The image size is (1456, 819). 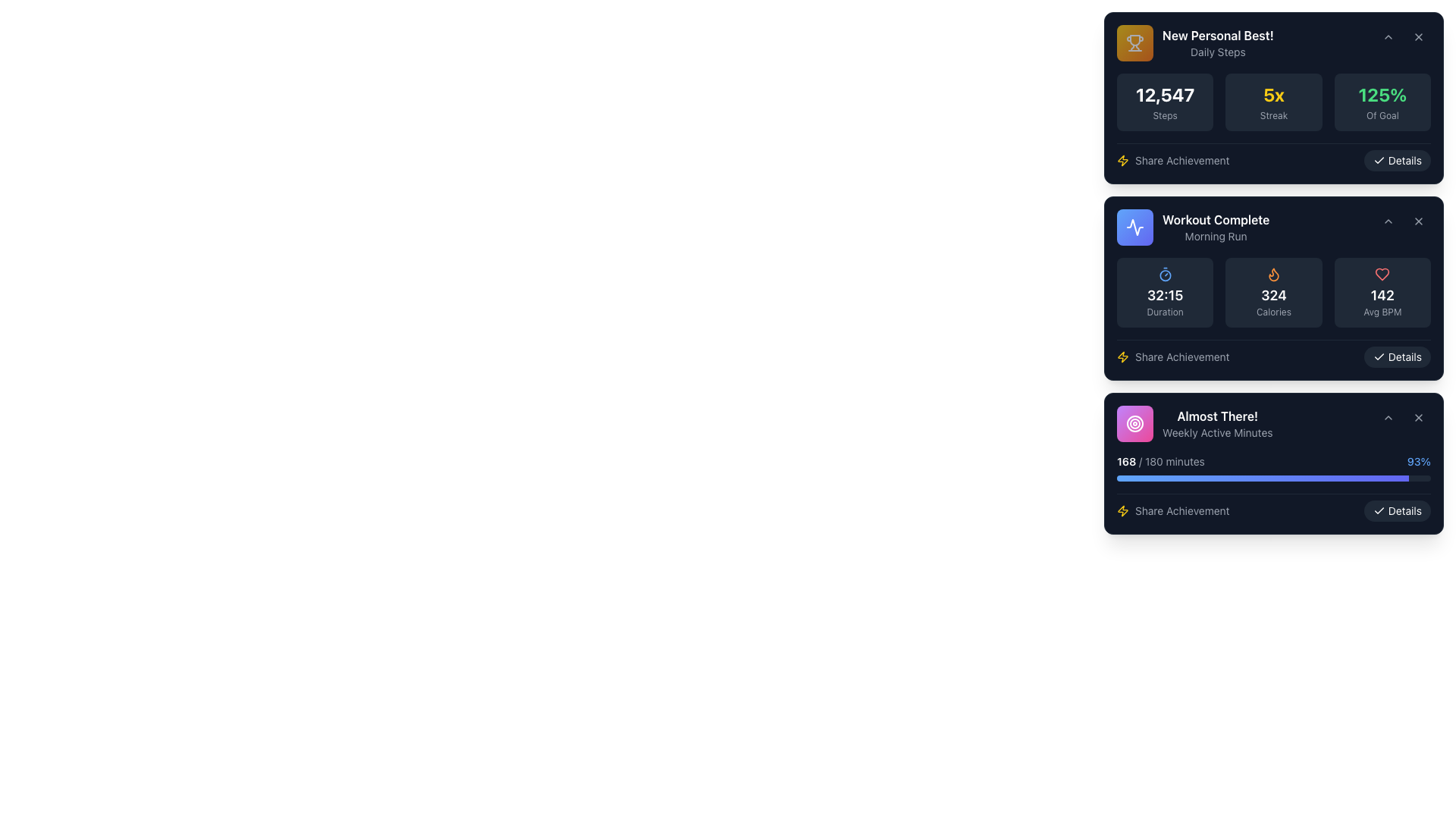 What do you see at coordinates (1388, 221) in the screenshot?
I see `the button located in the top-right corner of the 'Workout Complete' section` at bounding box center [1388, 221].